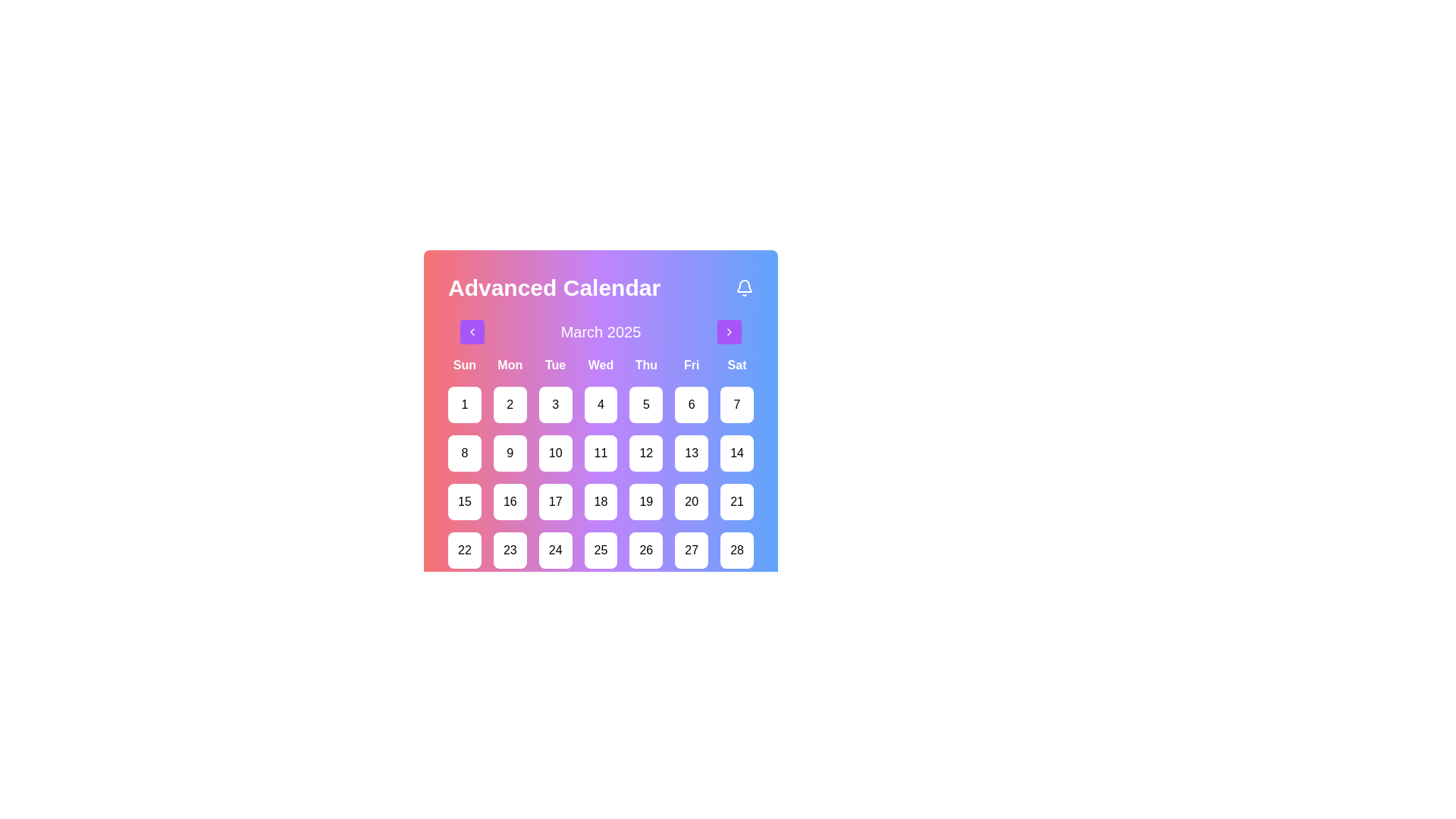  Describe the element at coordinates (691, 403) in the screenshot. I see `the square button with rounded corners displaying the number '6' located under the 'Fri' column in the calendar grid` at that location.